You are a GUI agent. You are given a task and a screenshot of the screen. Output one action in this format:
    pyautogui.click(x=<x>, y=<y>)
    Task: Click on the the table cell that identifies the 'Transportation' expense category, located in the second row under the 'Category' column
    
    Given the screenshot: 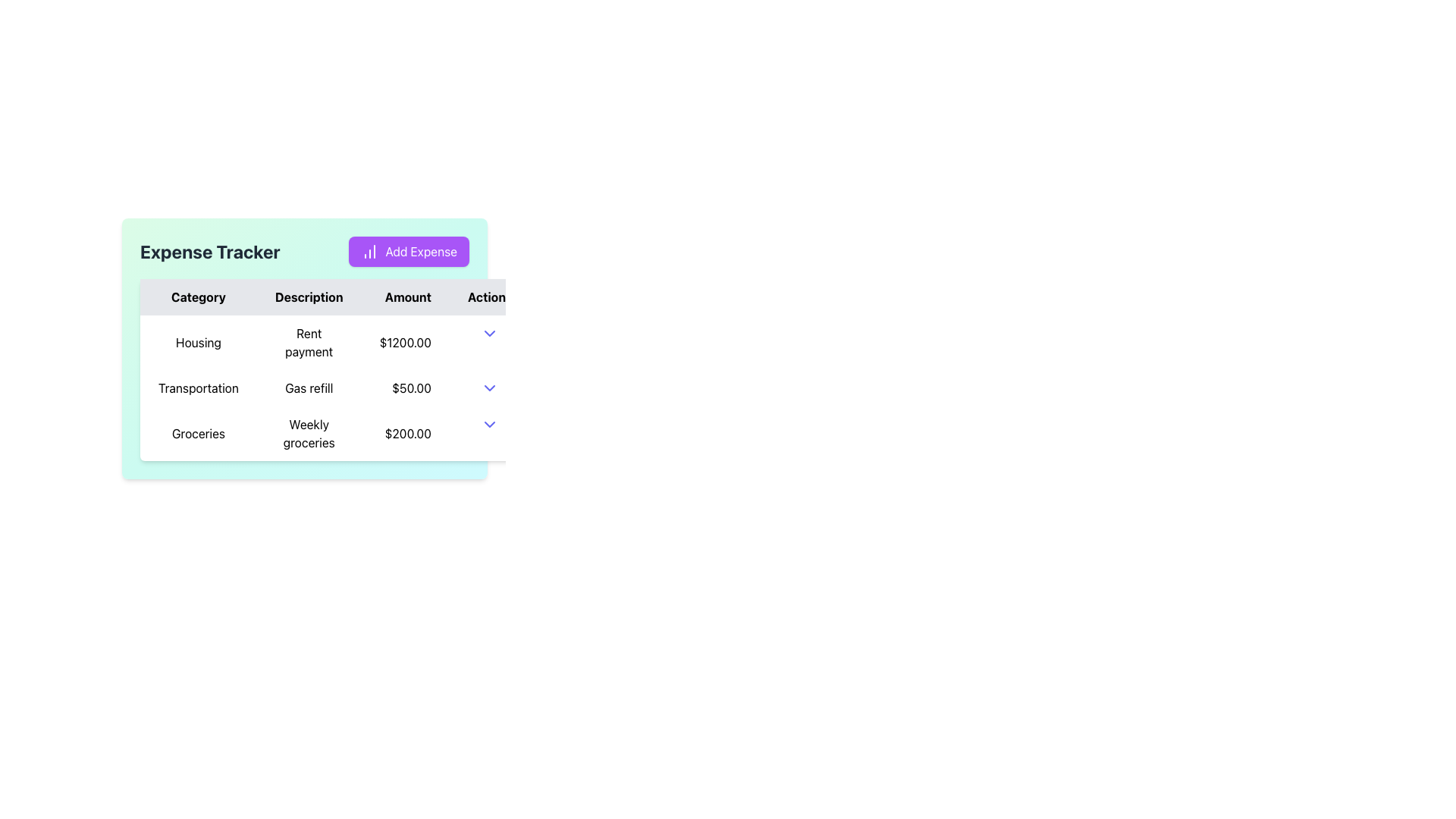 What is the action you would take?
    pyautogui.click(x=197, y=388)
    